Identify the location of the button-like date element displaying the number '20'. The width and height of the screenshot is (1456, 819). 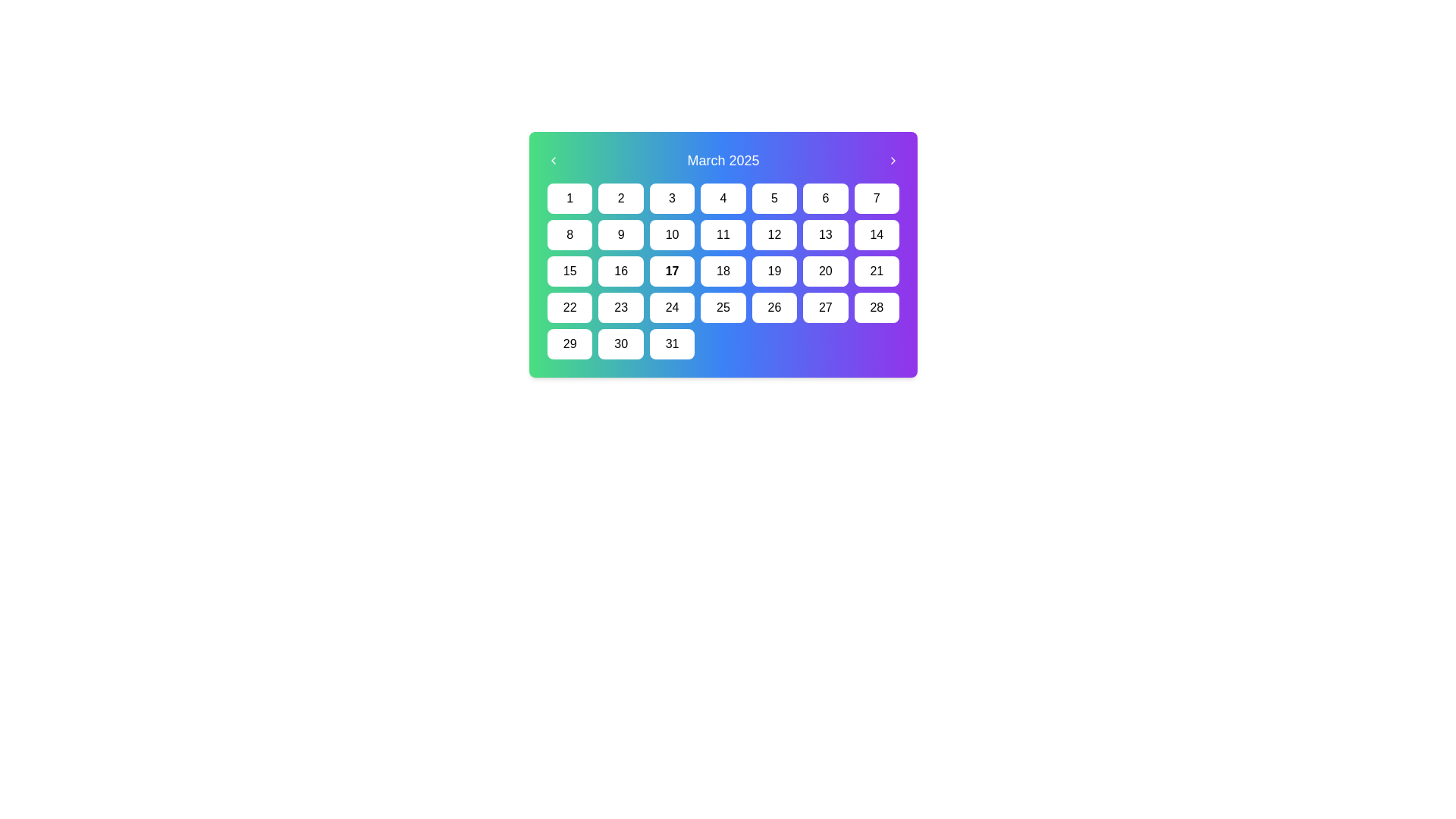
(824, 271).